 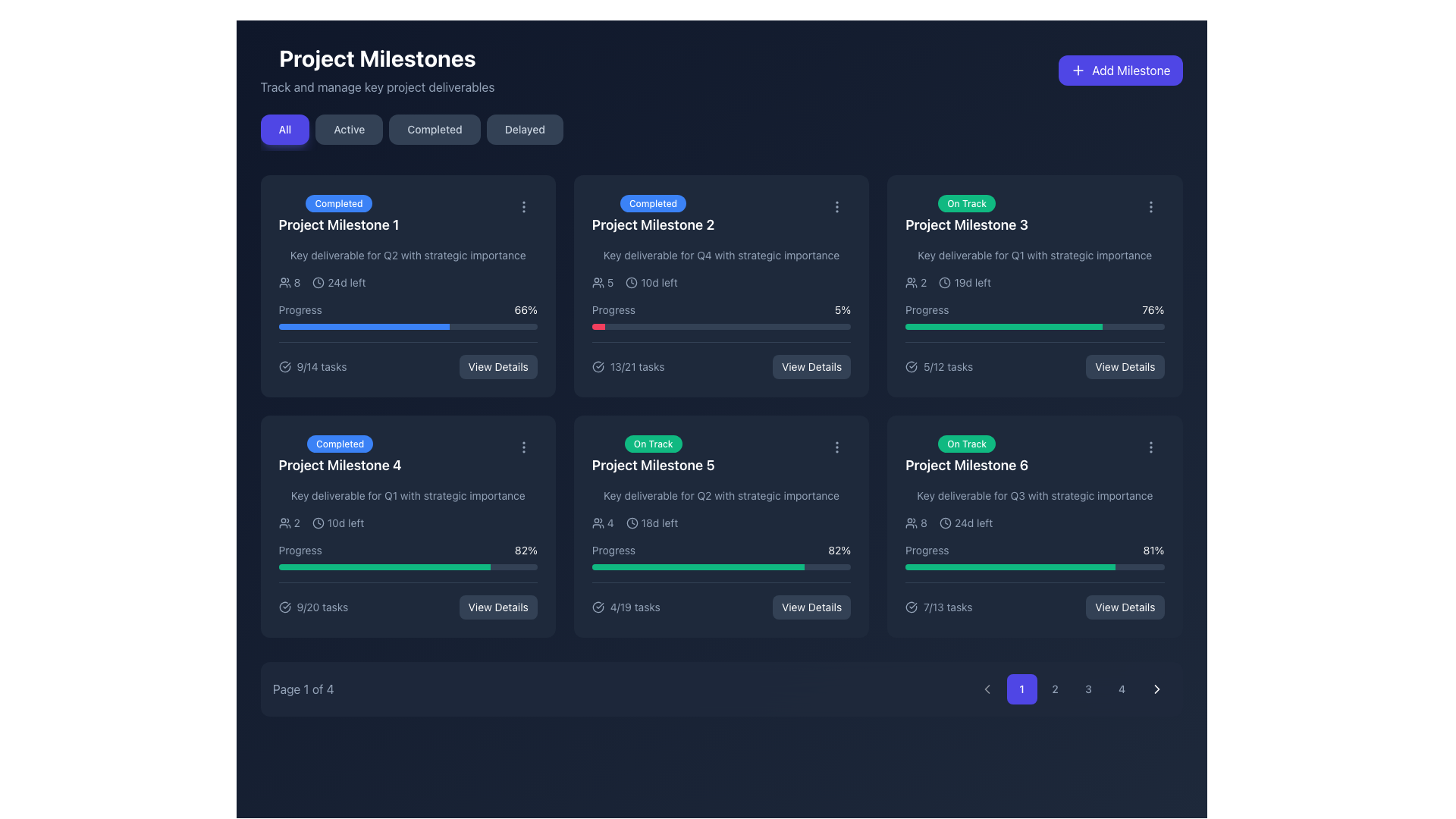 What do you see at coordinates (720, 315) in the screenshot?
I see `the Progress bar with textual percentage indicator within the 'Project Milestone 2' card to visualize the completion status of a task` at bounding box center [720, 315].